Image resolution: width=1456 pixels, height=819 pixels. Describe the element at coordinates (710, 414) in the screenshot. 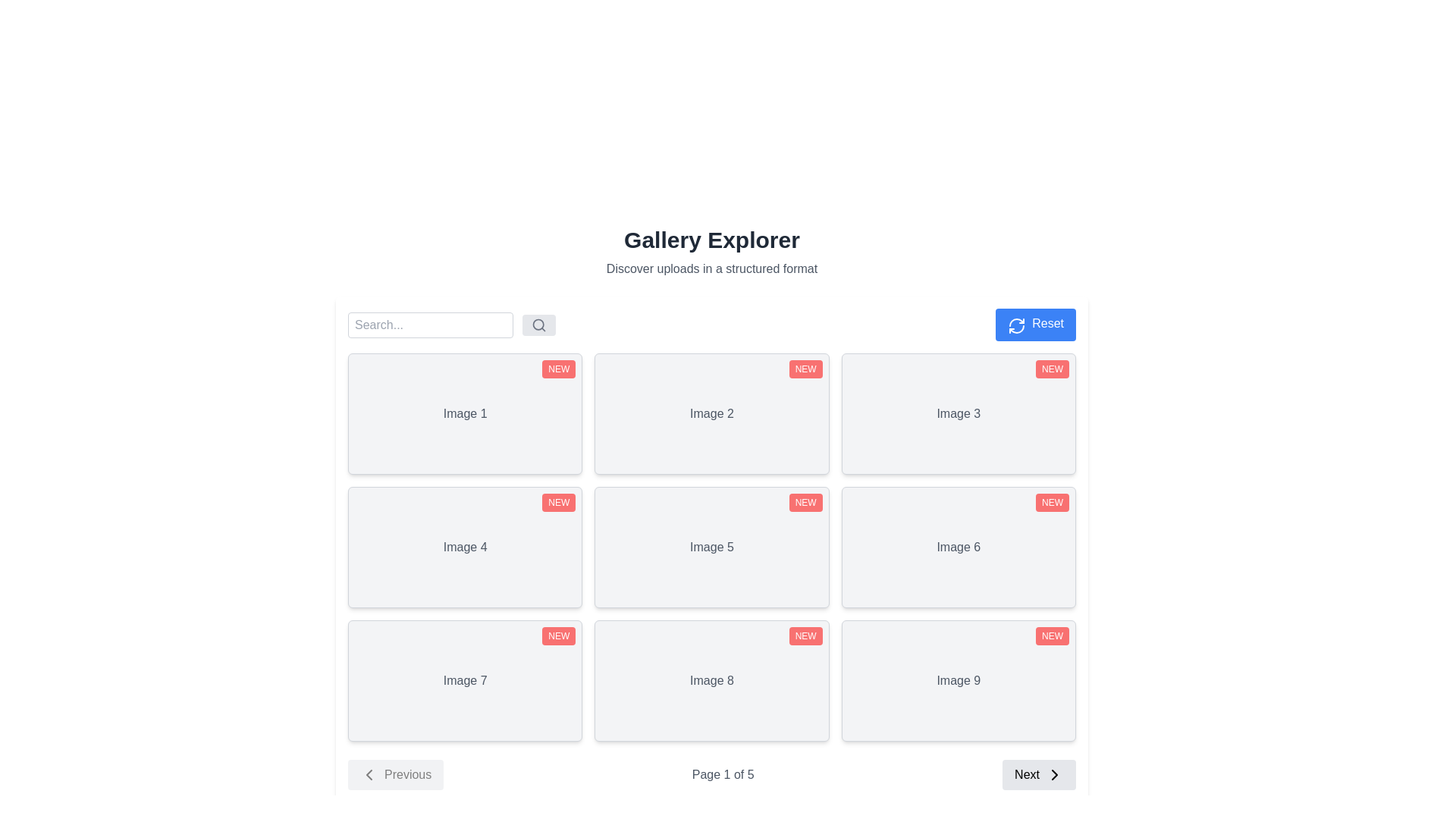

I see `the second card in the 3-column grid layout that is marked as 'NEW'` at that location.